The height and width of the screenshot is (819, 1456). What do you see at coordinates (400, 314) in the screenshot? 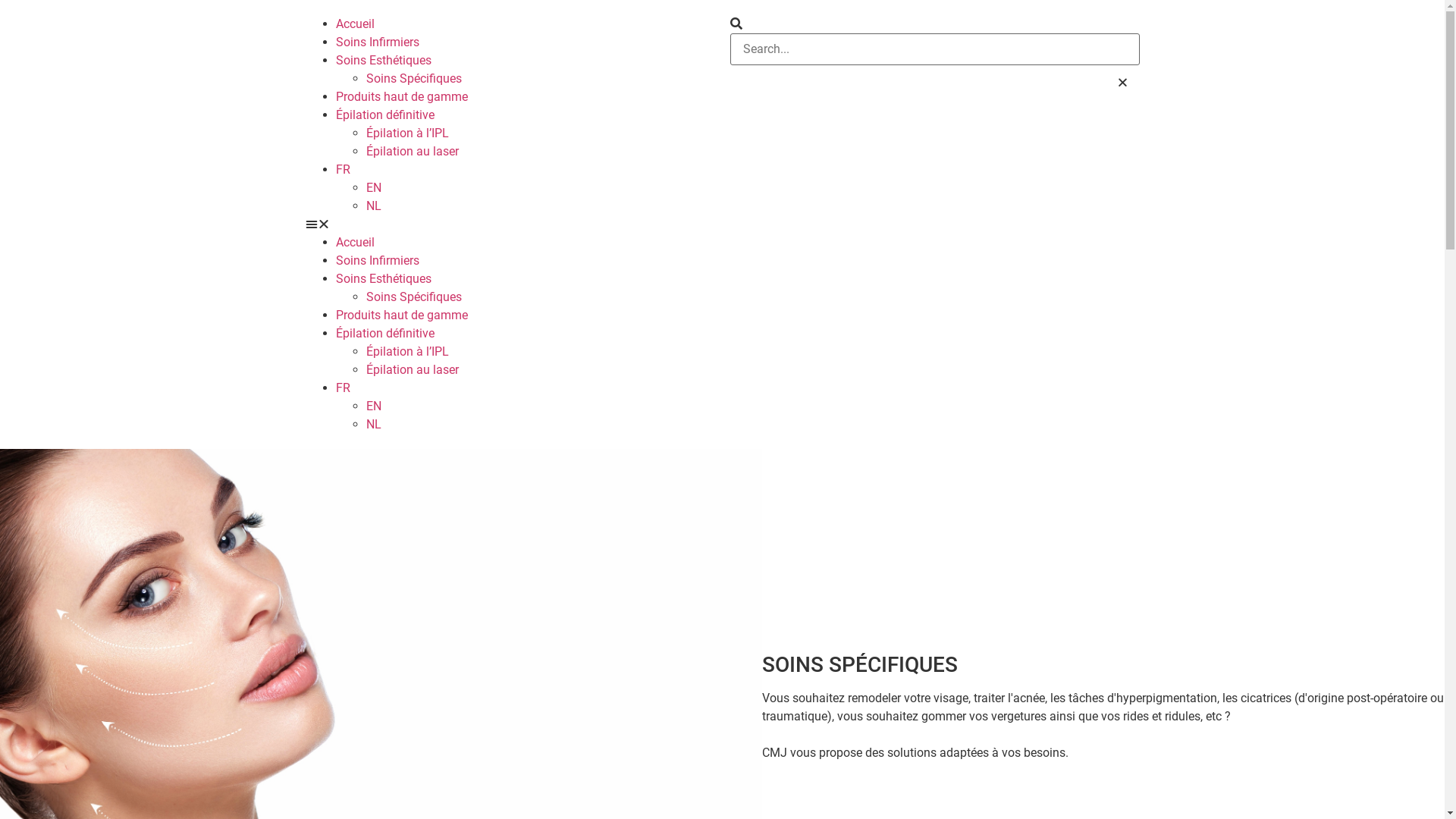
I see `'Produits haut de gamme'` at bounding box center [400, 314].